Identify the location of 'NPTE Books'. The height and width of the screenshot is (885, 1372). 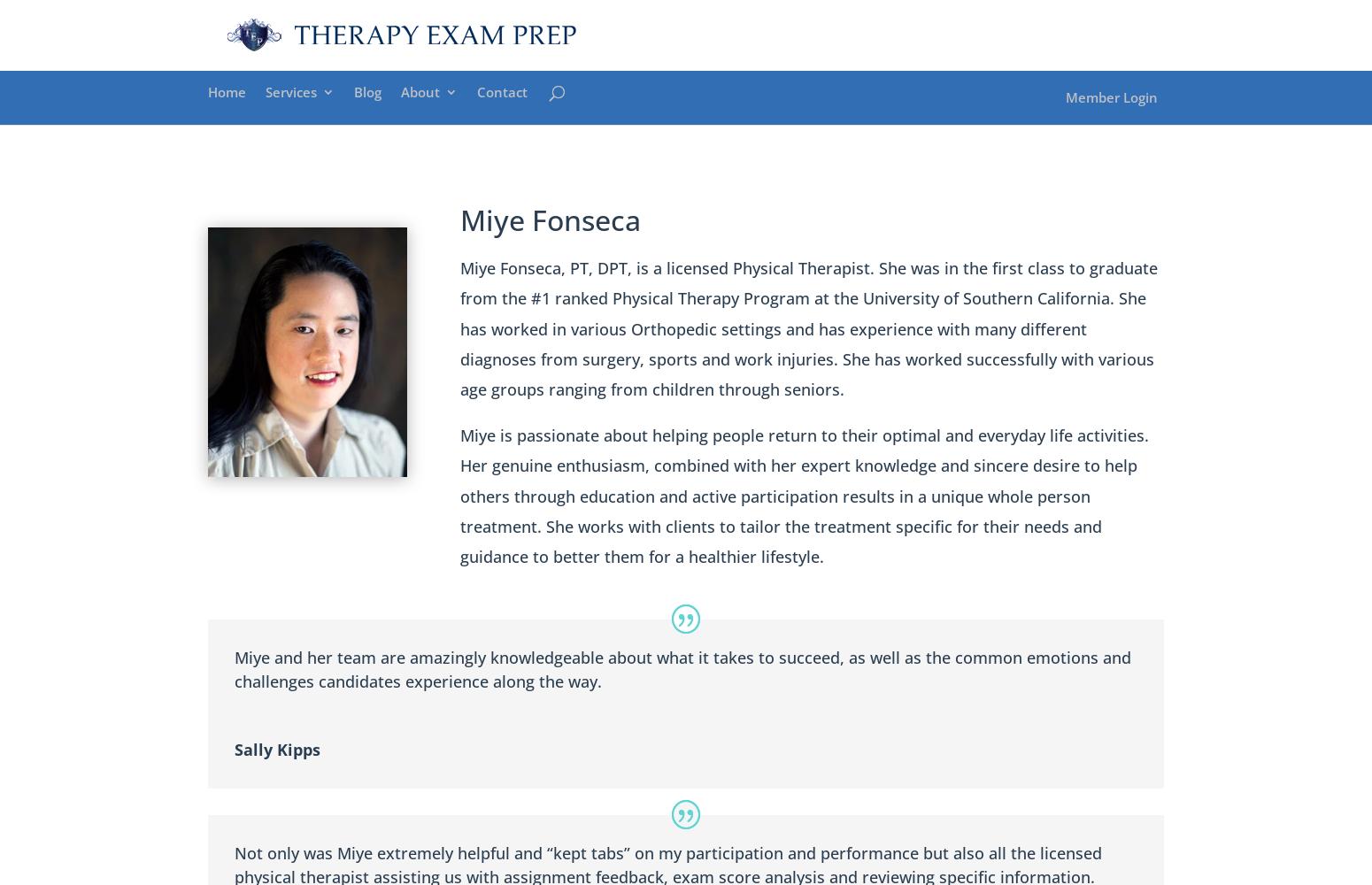
(473, 268).